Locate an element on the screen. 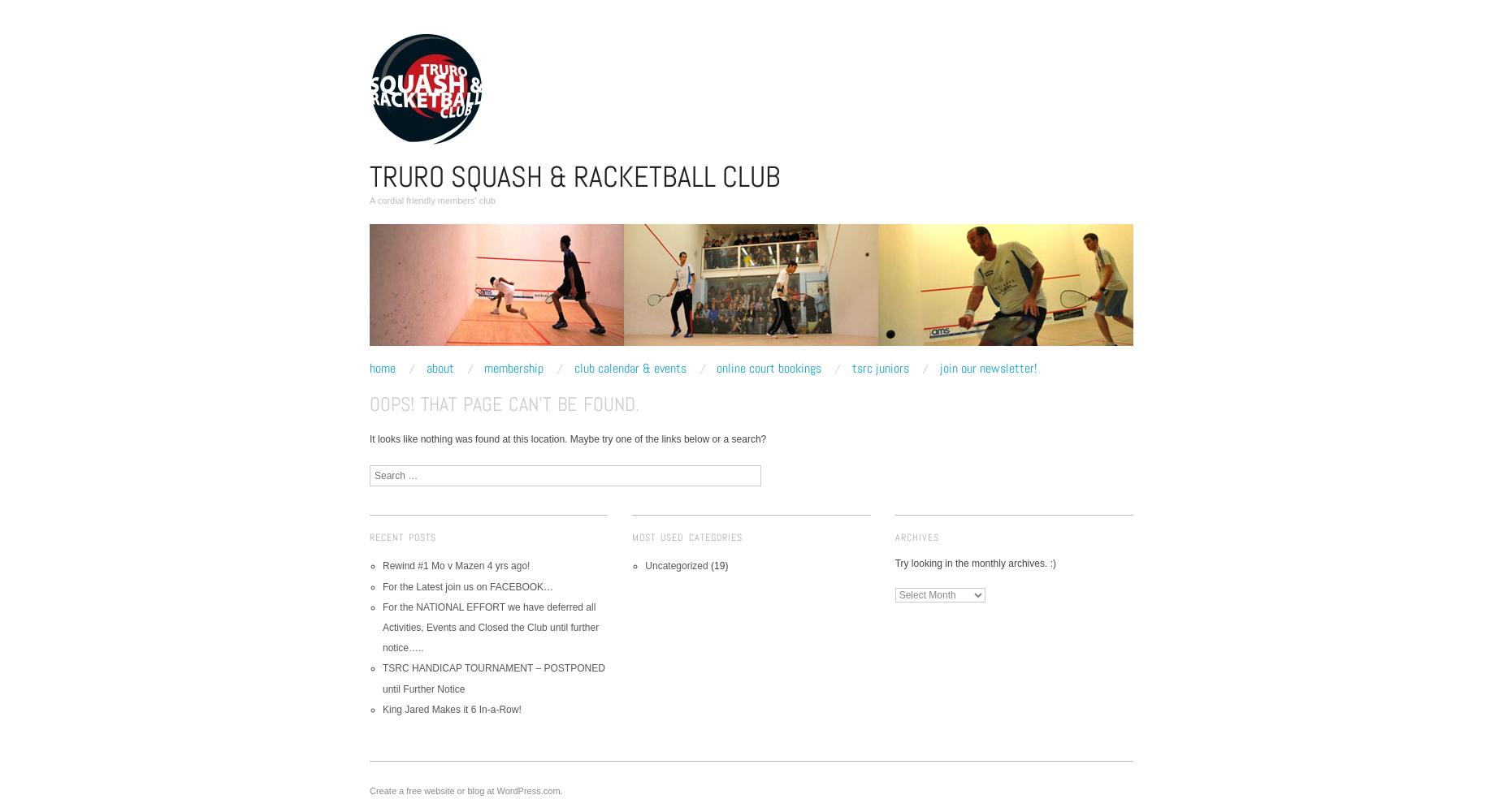  'Archives' is located at coordinates (915, 537).